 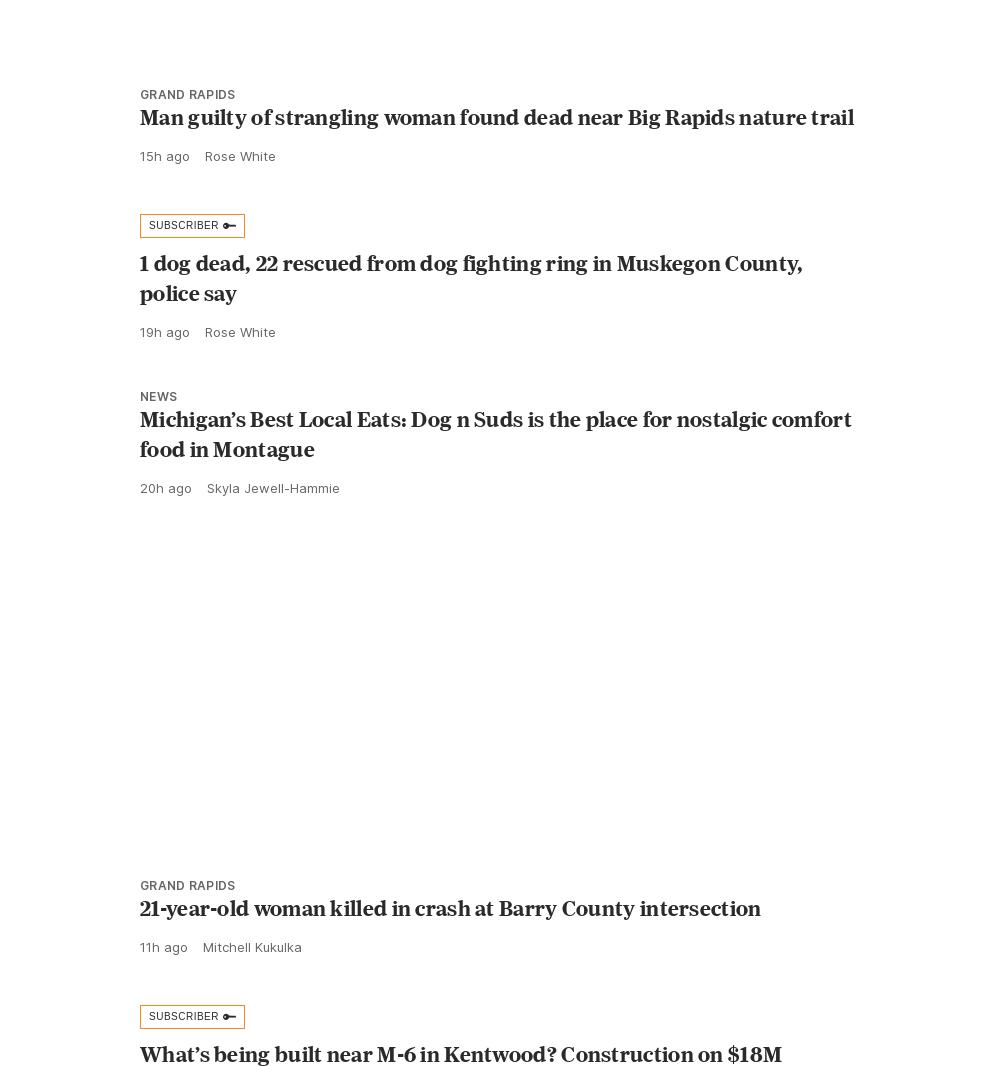 What do you see at coordinates (184, 269) in the screenshot?
I see `'Subscriber'` at bounding box center [184, 269].